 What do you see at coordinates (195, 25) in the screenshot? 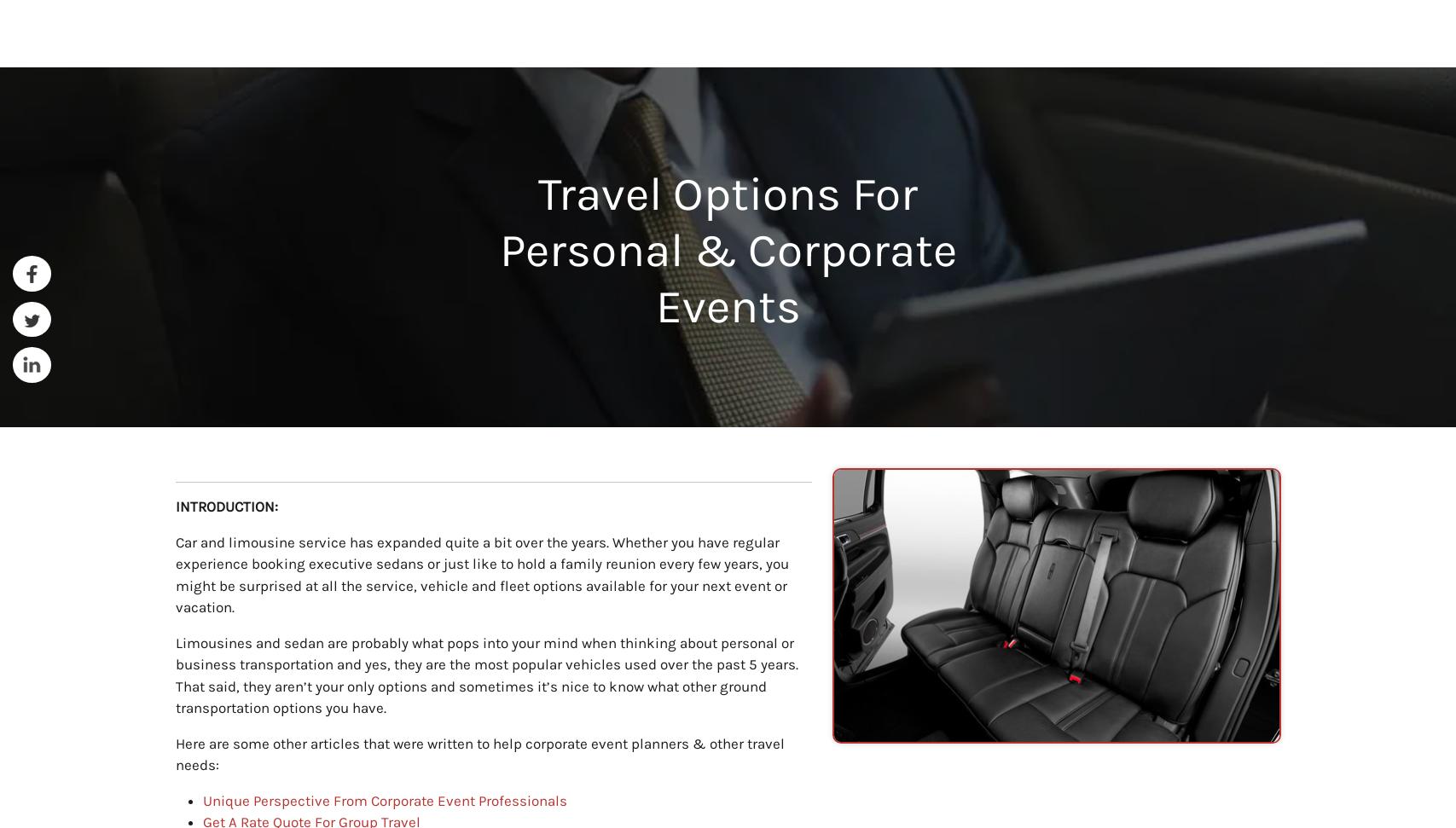
I see `'Home'` at bounding box center [195, 25].